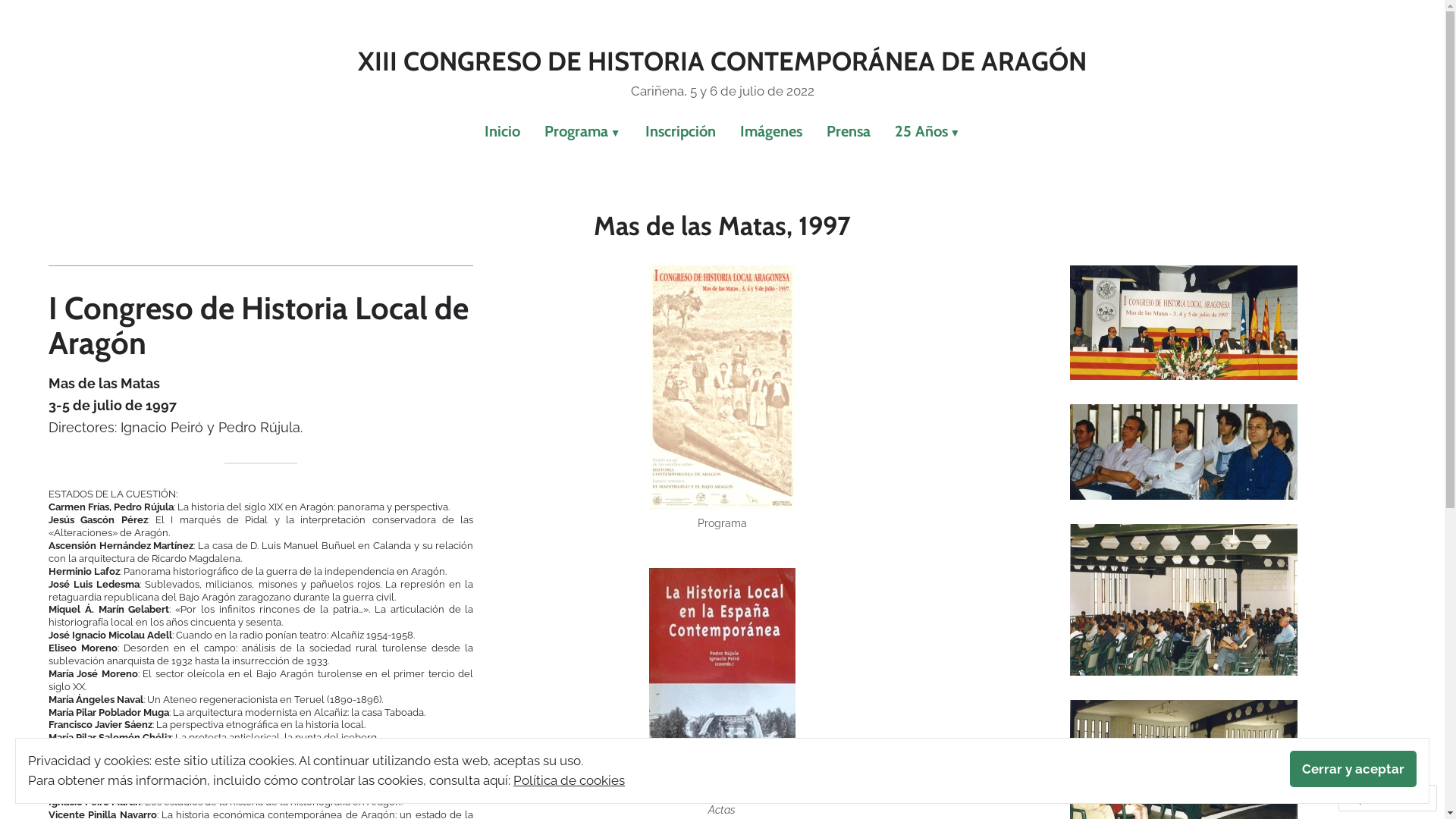 The image size is (1456, 819). What do you see at coordinates (1353, 769) in the screenshot?
I see `'Cerrar y aceptar'` at bounding box center [1353, 769].